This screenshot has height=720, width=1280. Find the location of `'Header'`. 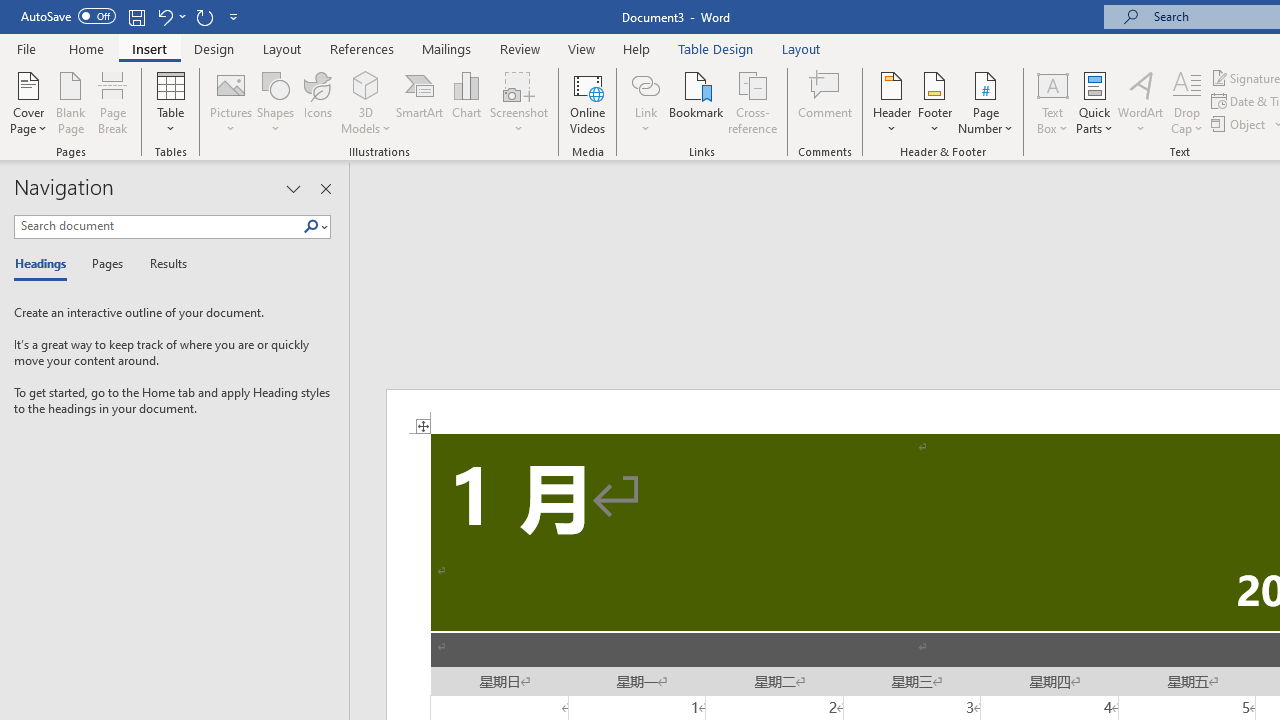

'Header' is located at coordinates (891, 103).